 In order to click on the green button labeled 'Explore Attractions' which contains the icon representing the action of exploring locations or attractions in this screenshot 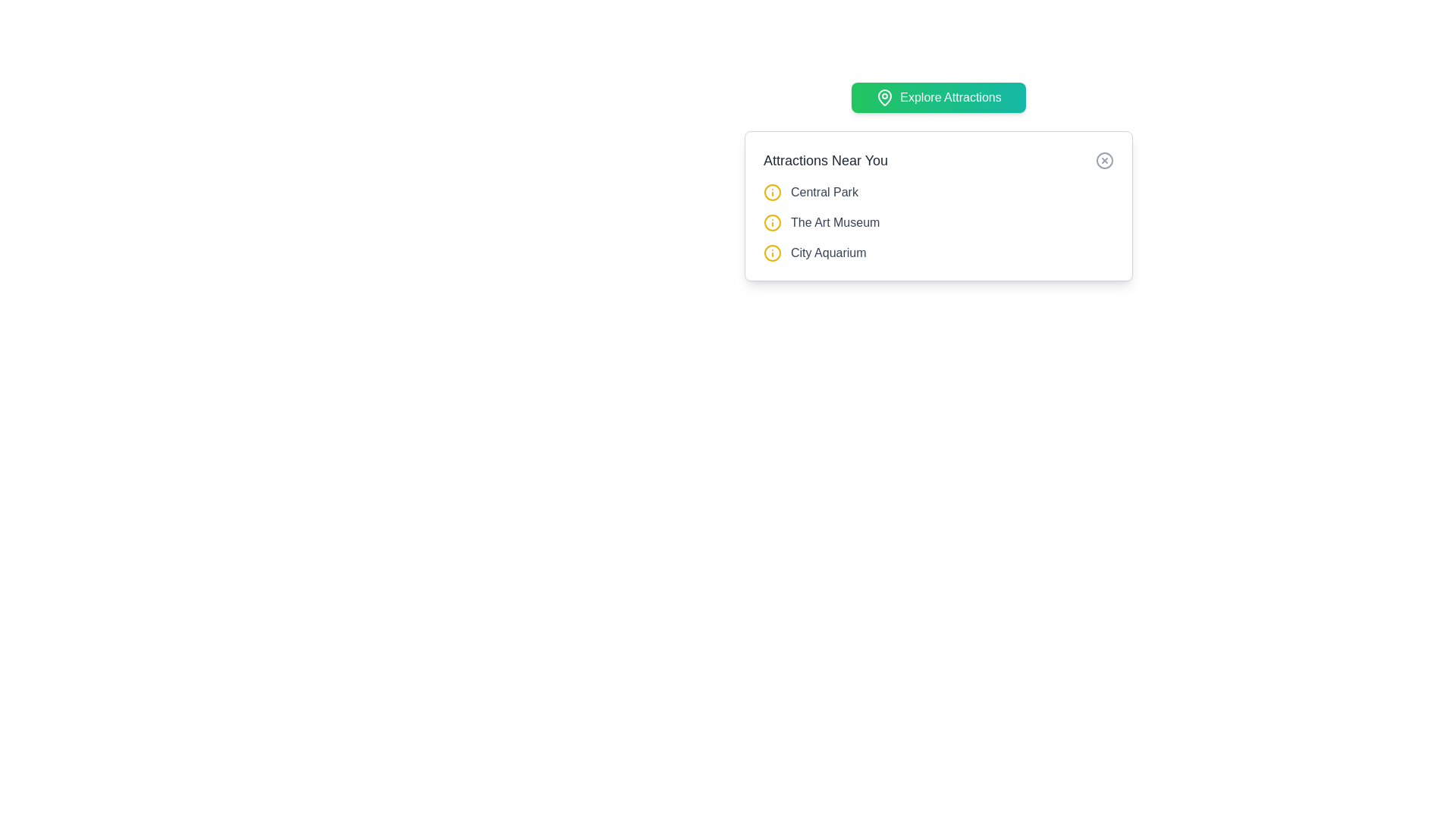, I will do `click(885, 97)`.